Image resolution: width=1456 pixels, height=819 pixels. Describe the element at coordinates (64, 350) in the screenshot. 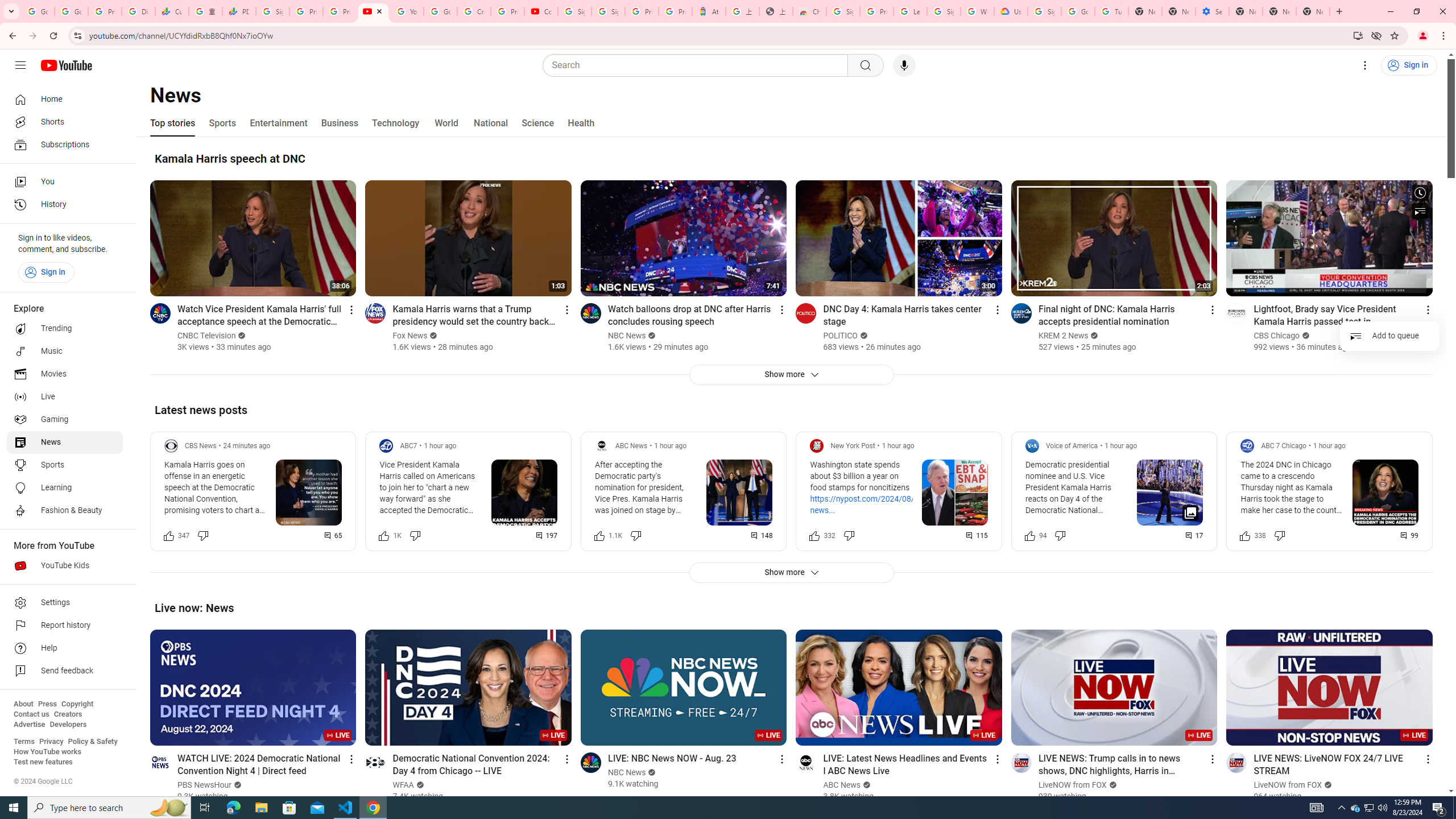

I see `'Music'` at that location.